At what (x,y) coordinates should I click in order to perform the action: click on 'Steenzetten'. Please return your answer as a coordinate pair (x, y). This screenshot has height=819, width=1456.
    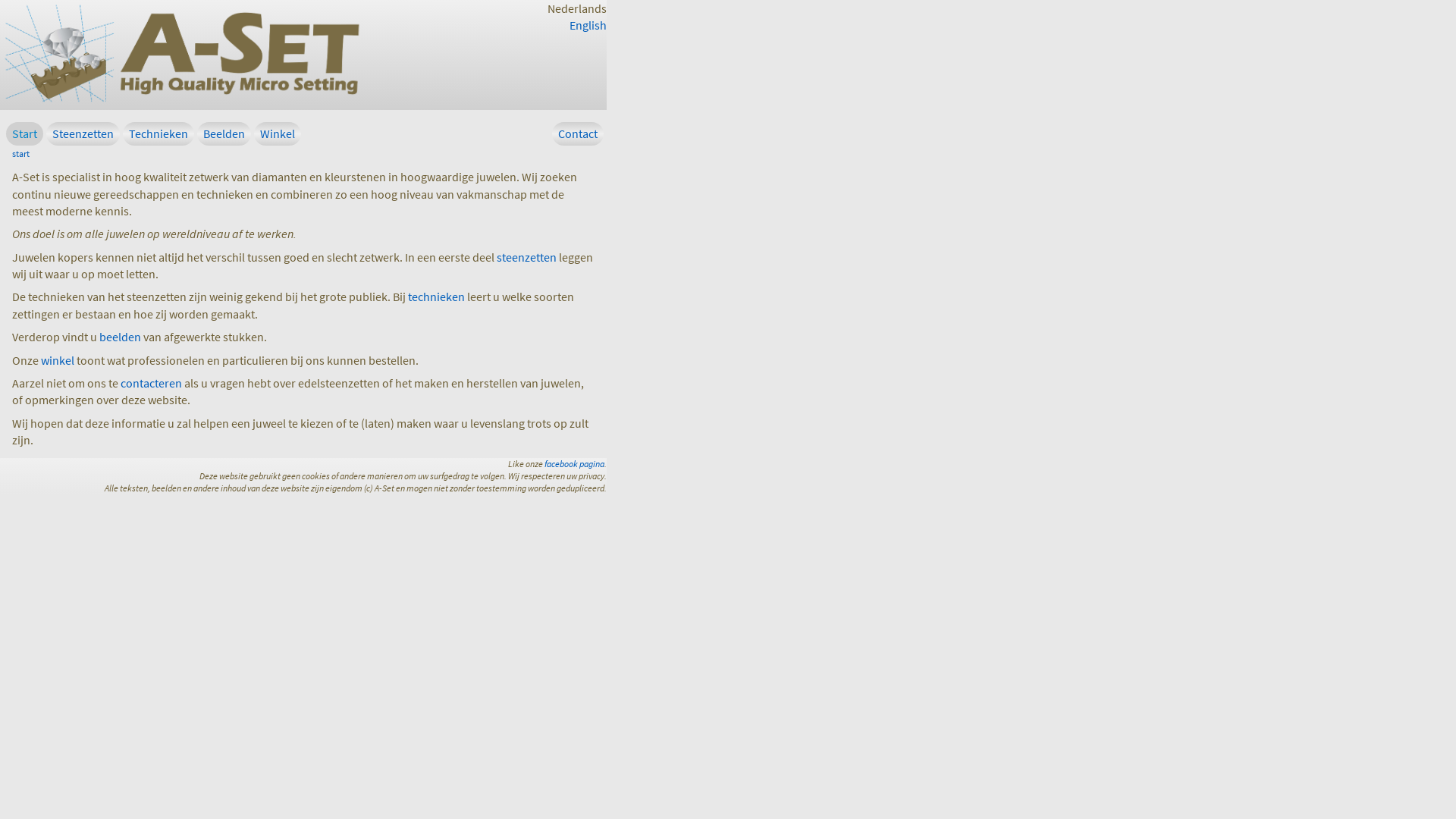
    Looking at the image, I should click on (82, 133).